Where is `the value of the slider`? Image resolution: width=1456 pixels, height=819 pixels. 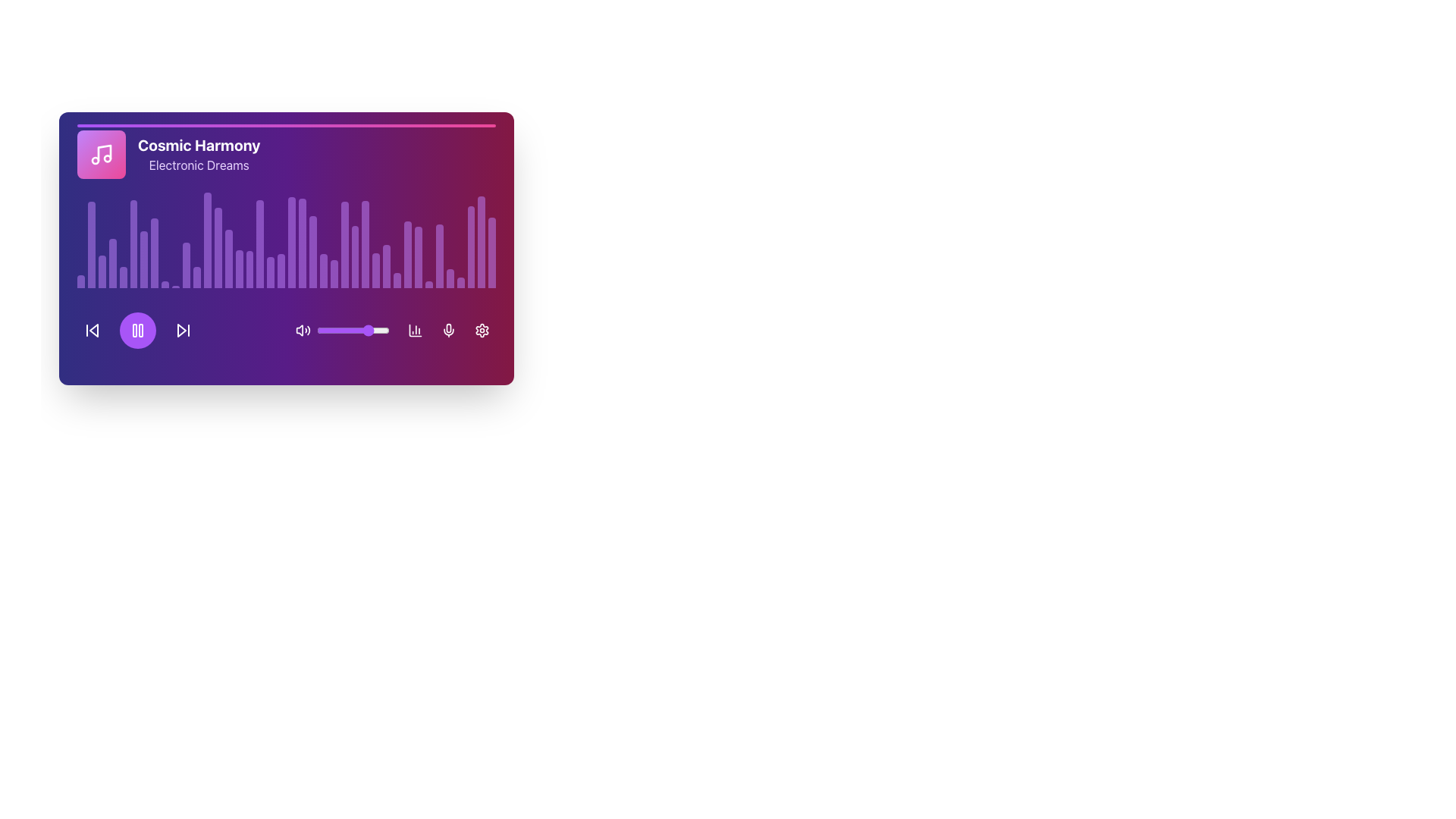
the value of the slider is located at coordinates (331, 329).